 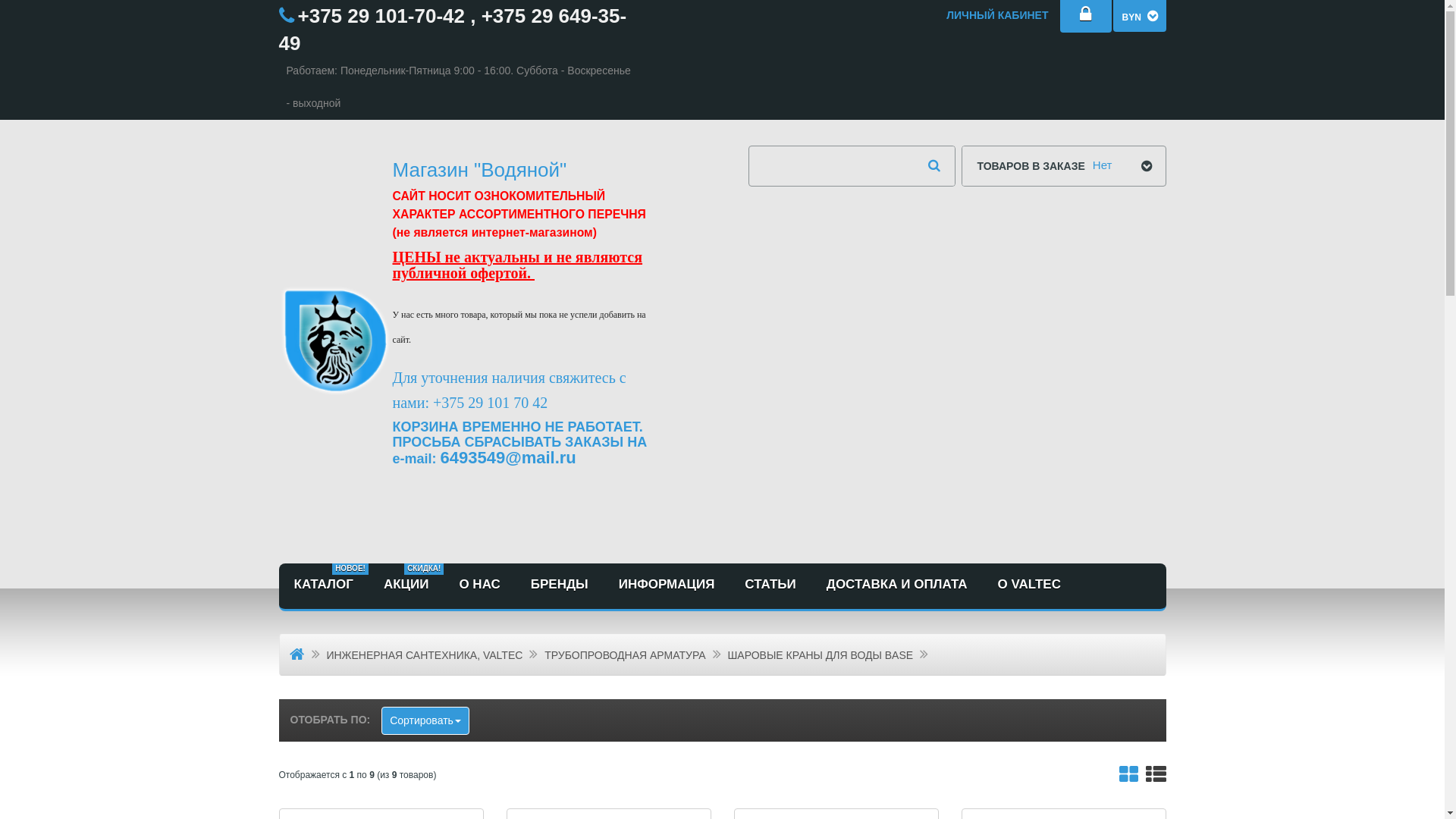 I want to click on 'O VALTEC', so click(x=1029, y=585).